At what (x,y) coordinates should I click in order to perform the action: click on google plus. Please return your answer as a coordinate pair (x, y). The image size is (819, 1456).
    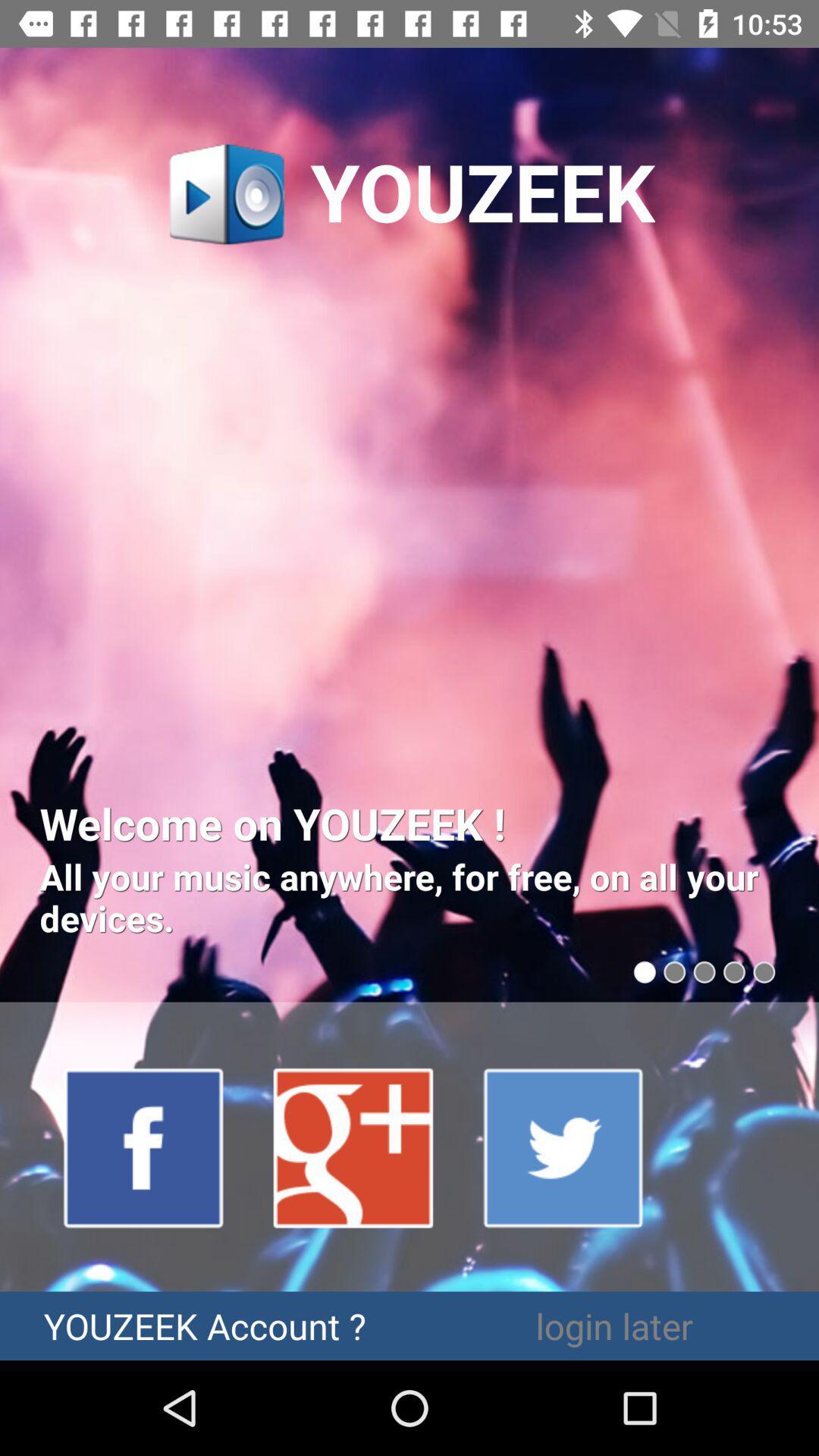
    Looking at the image, I should click on (354, 1147).